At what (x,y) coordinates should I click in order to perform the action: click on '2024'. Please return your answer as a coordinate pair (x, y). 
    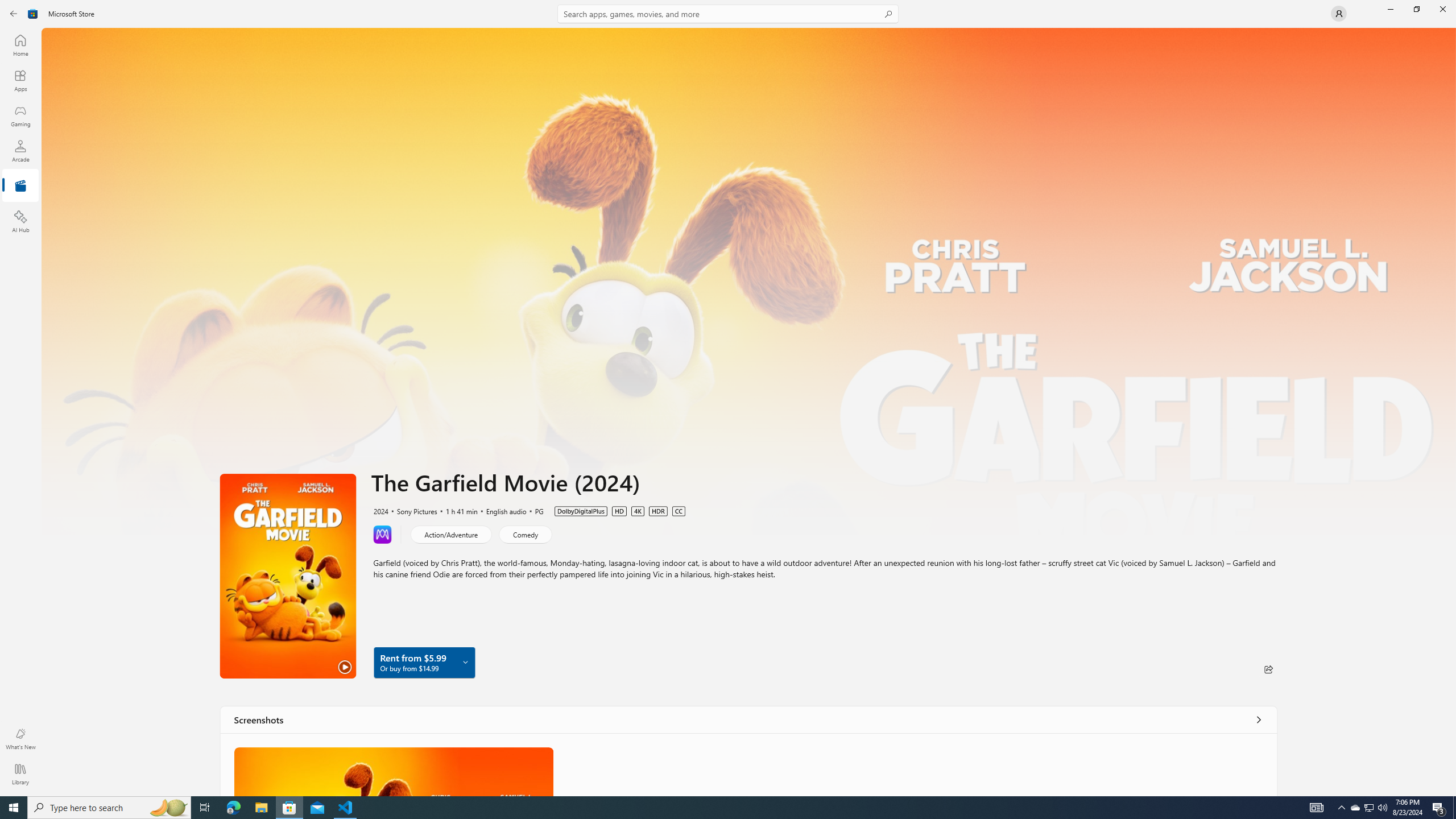
    Looking at the image, I should click on (380, 510).